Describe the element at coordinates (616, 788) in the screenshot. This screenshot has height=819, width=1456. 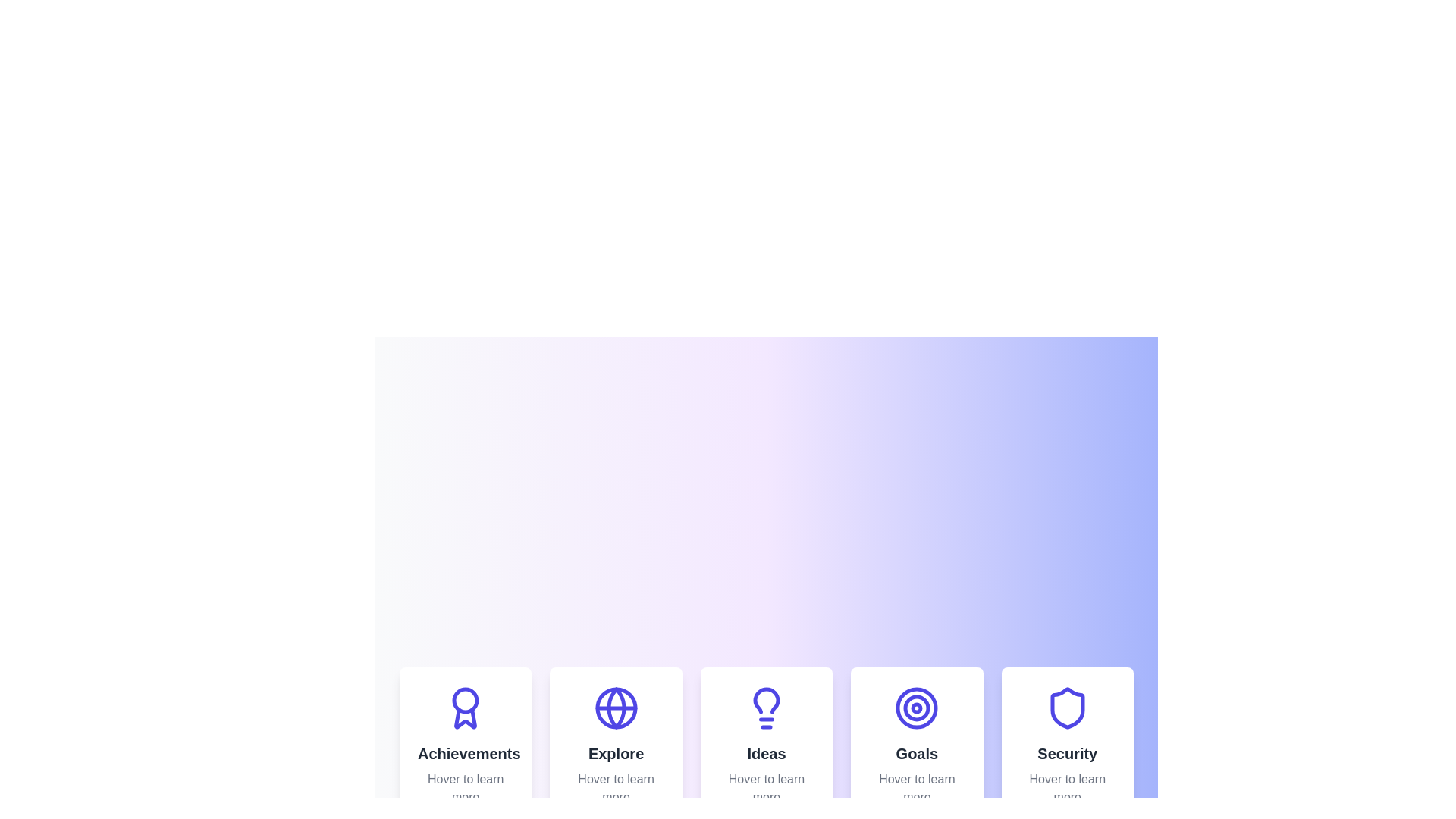
I see `the text element displaying 'Hover to learn more,' which is centrally aligned in a white card beneath the text 'Explore.'` at that location.